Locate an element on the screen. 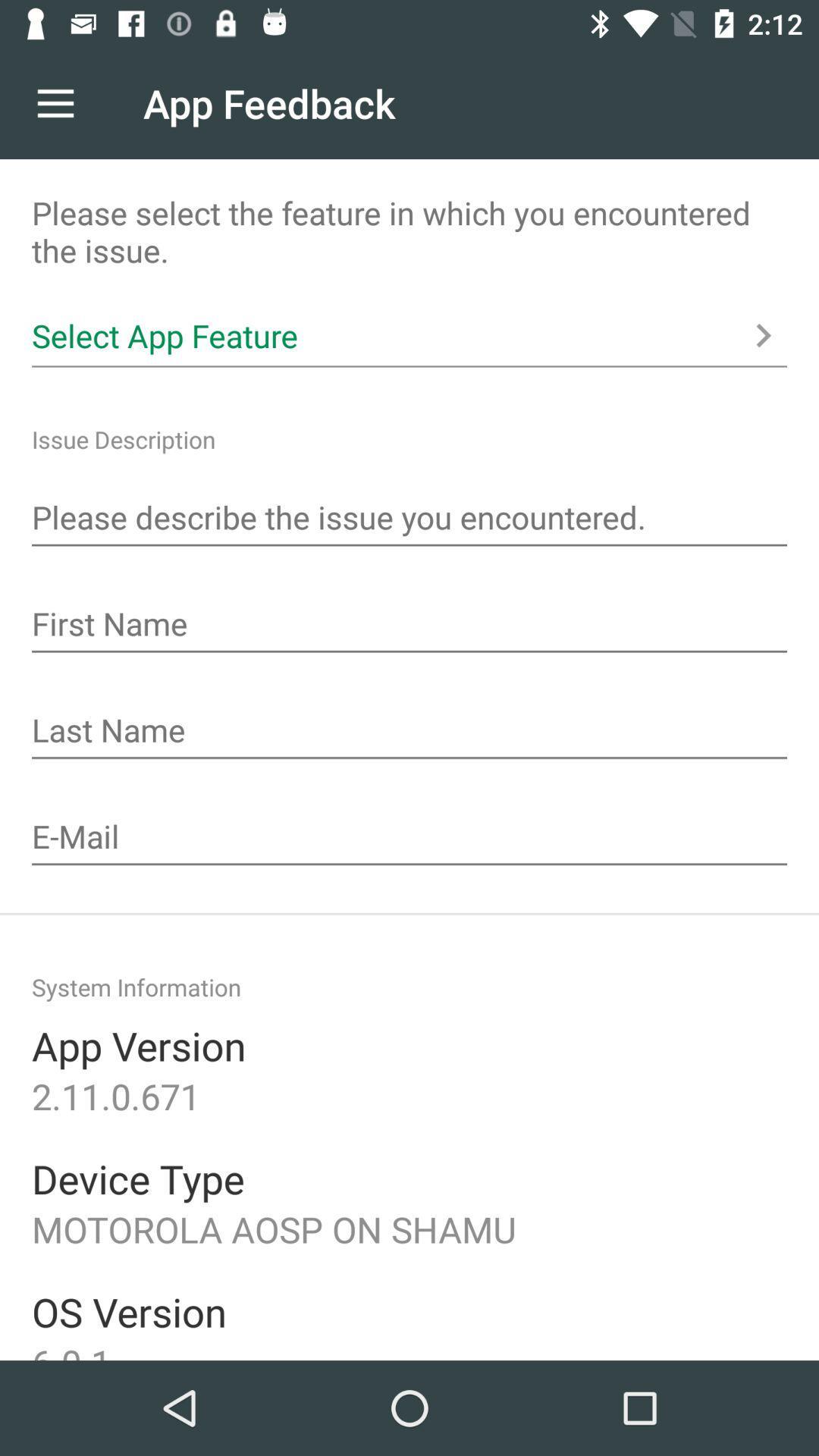 This screenshot has width=819, height=1456. last name is located at coordinates (409, 732).